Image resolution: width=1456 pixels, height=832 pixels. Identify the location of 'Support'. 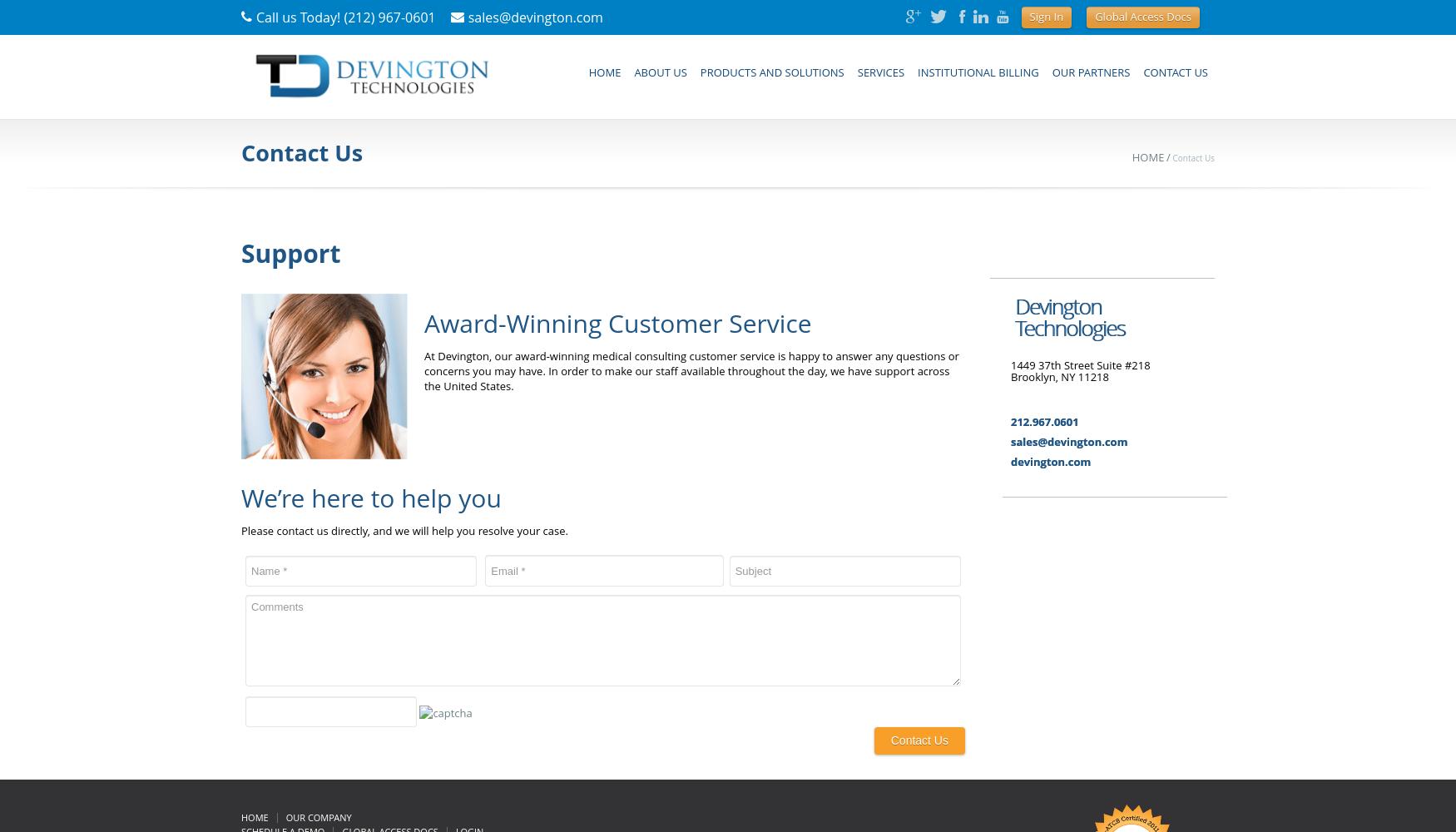
(290, 253).